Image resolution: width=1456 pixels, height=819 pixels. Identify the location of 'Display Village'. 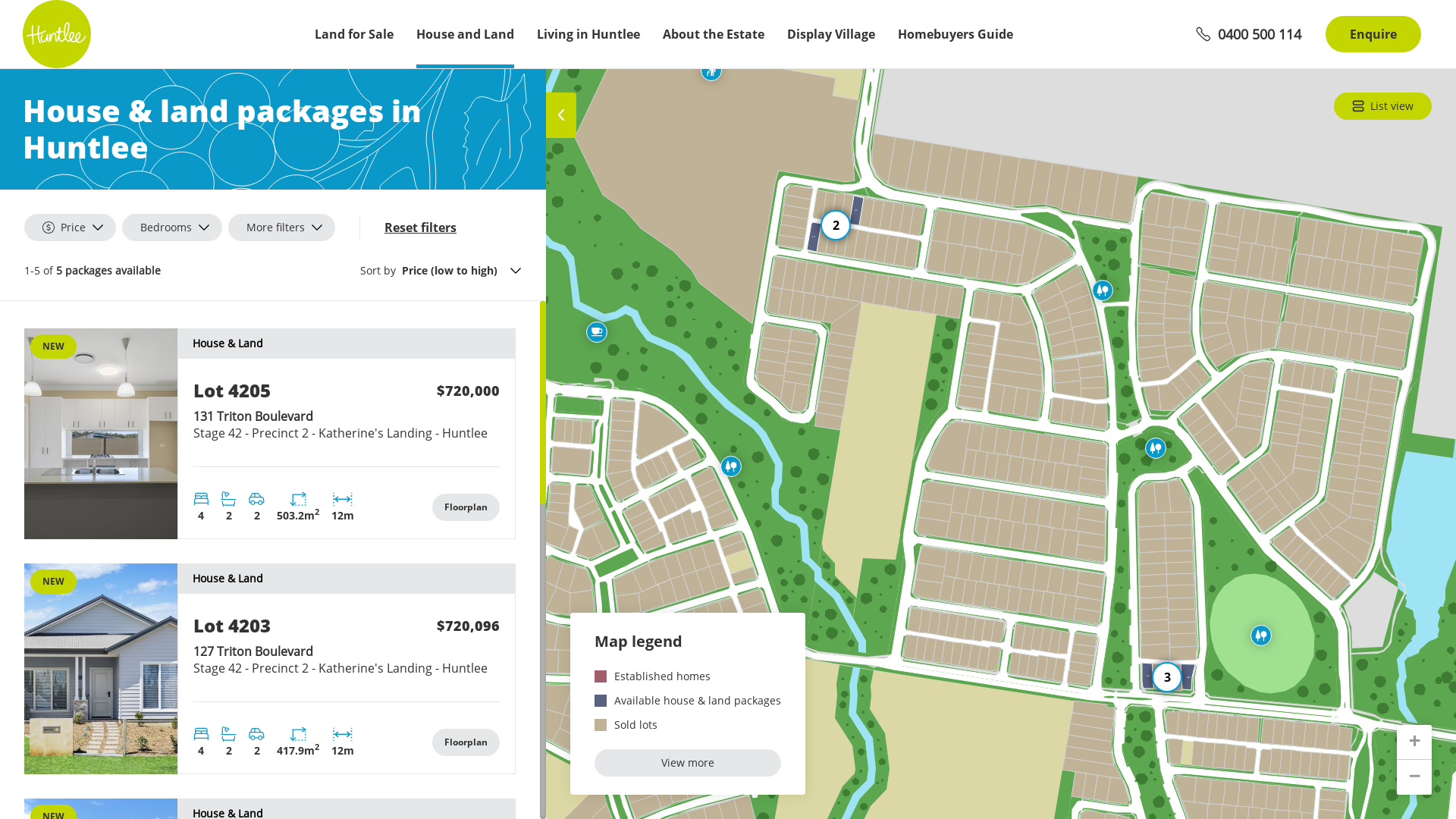
(830, 34).